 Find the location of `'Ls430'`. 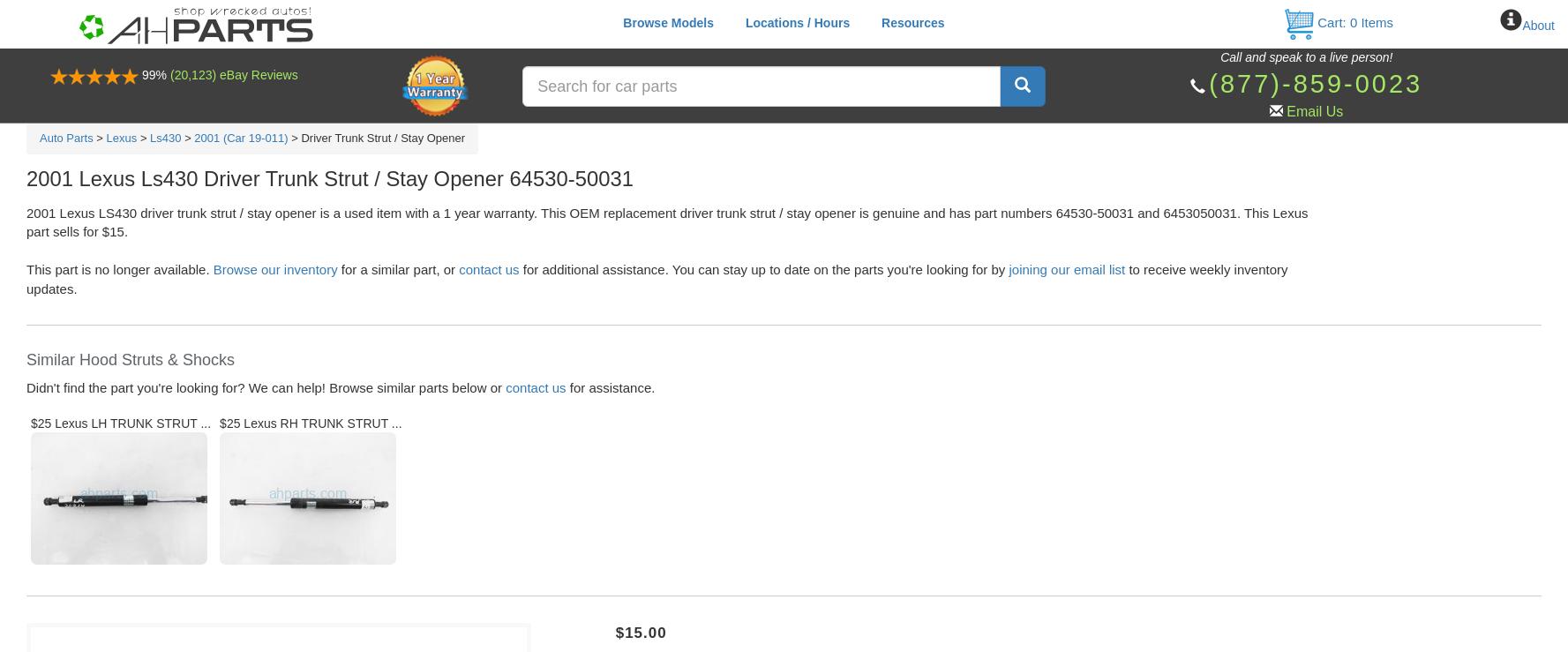

'Ls430' is located at coordinates (164, 137).